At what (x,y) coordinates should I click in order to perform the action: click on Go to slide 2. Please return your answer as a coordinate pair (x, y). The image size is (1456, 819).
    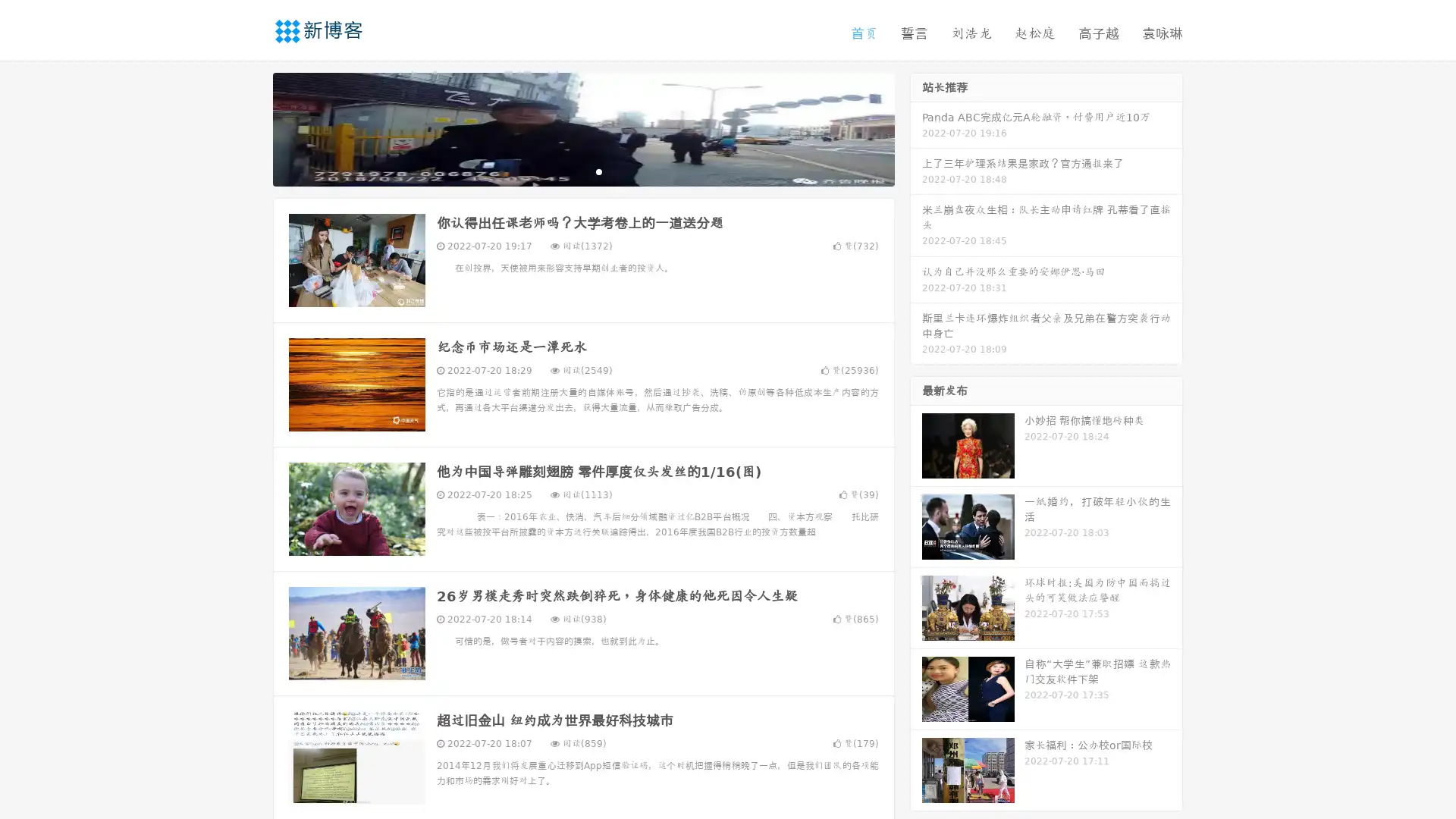
    Looking at the image, I should click on (582, 171).